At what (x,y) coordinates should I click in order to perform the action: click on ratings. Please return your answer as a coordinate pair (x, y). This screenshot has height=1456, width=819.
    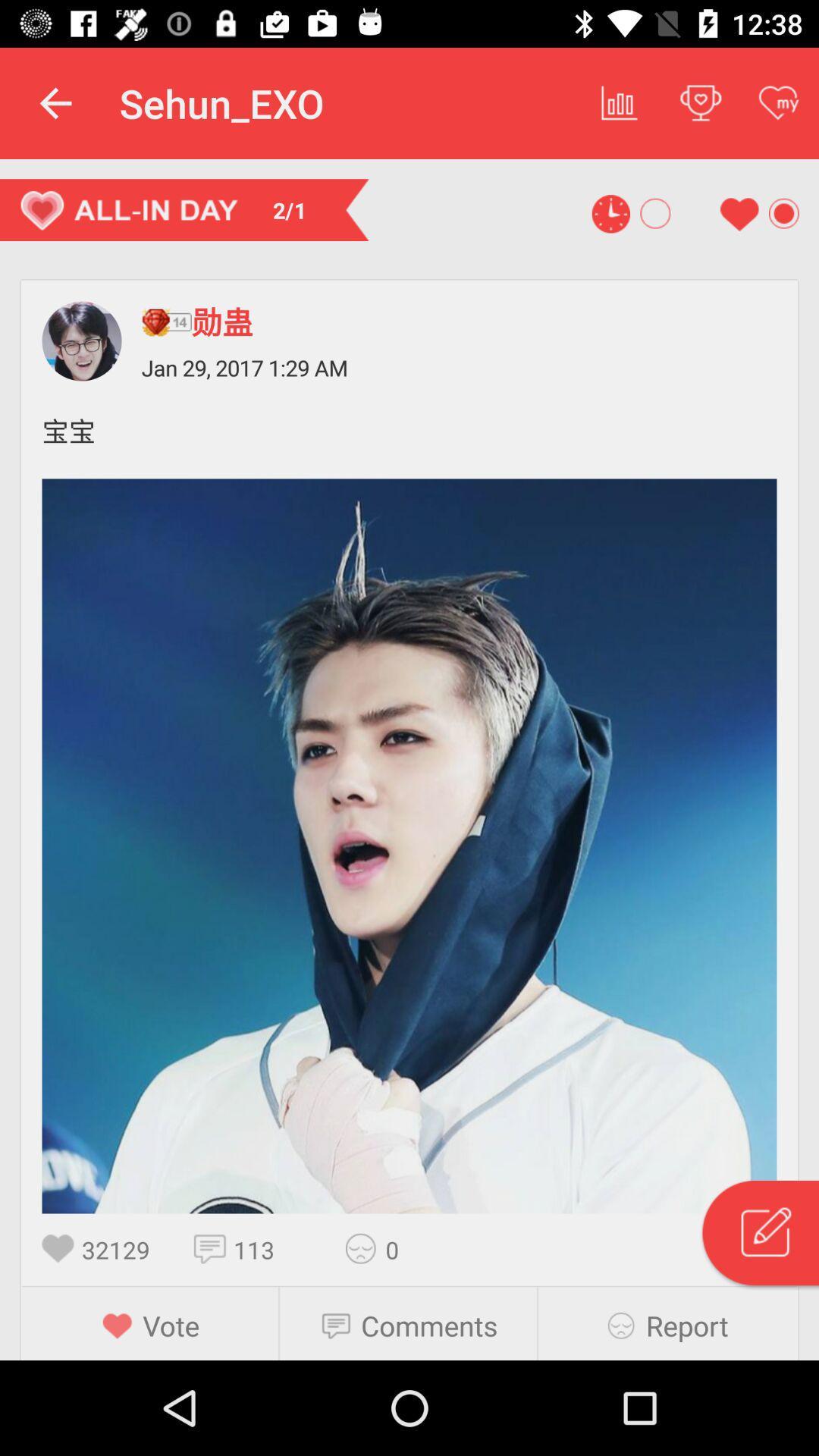
    Looking at the image, I should click on (366, 1248).